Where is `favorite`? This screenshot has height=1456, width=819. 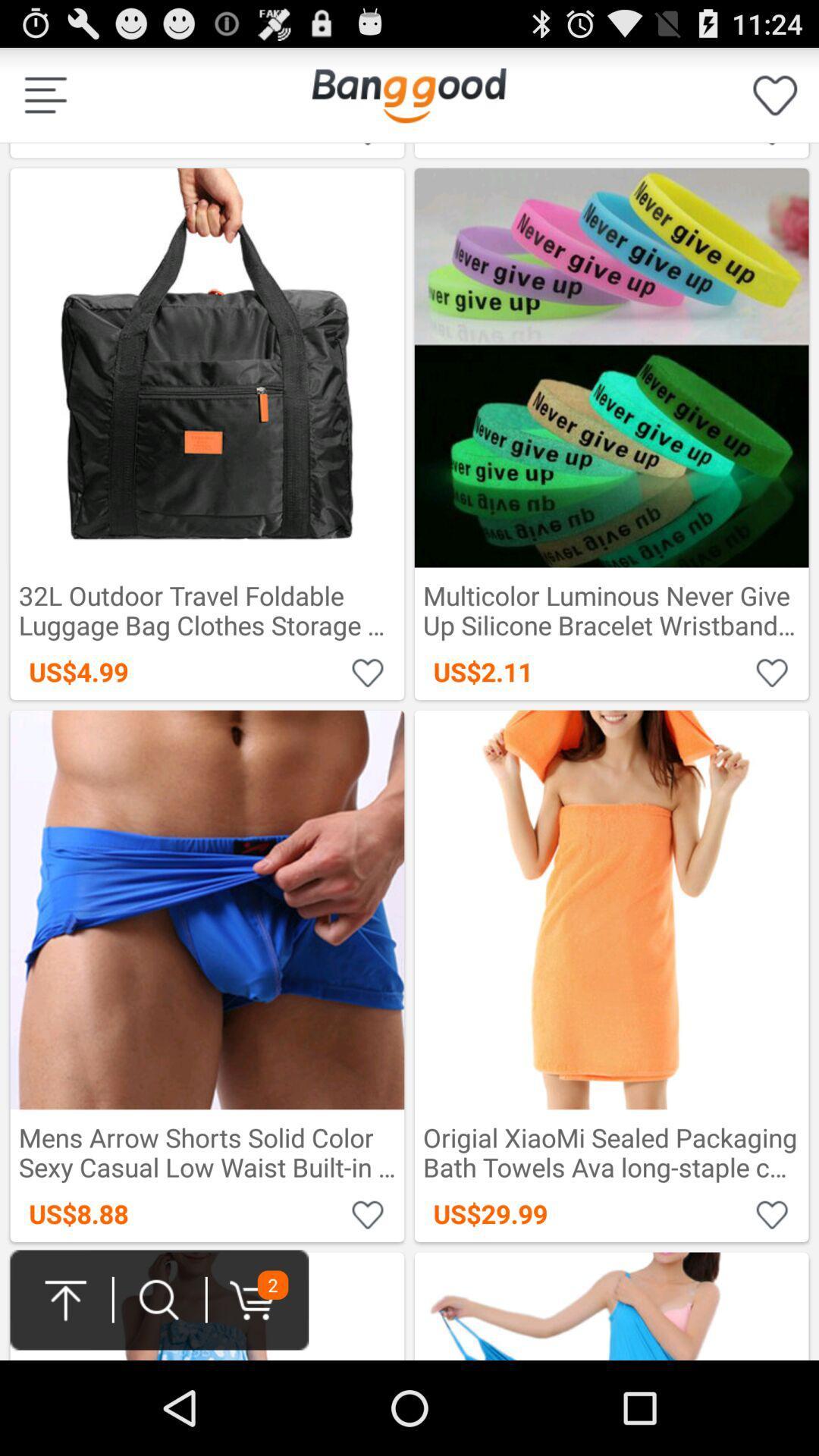 favorite is located at coordinates (772, 671).